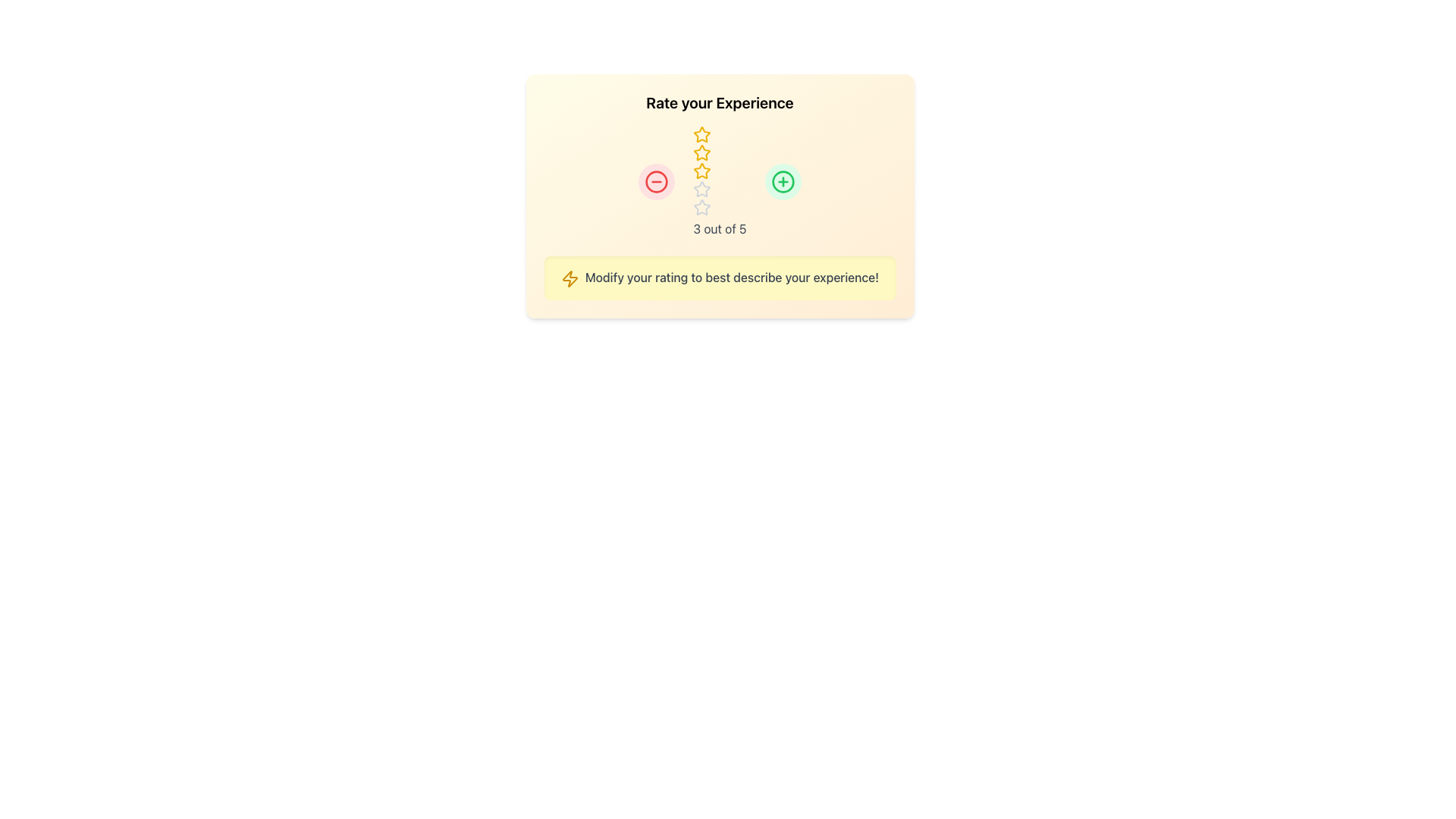  What do you see at coordinates (701, 133) in the screenshot?
I see `the third star icon in the rating section` at bounding box center [701, 133].